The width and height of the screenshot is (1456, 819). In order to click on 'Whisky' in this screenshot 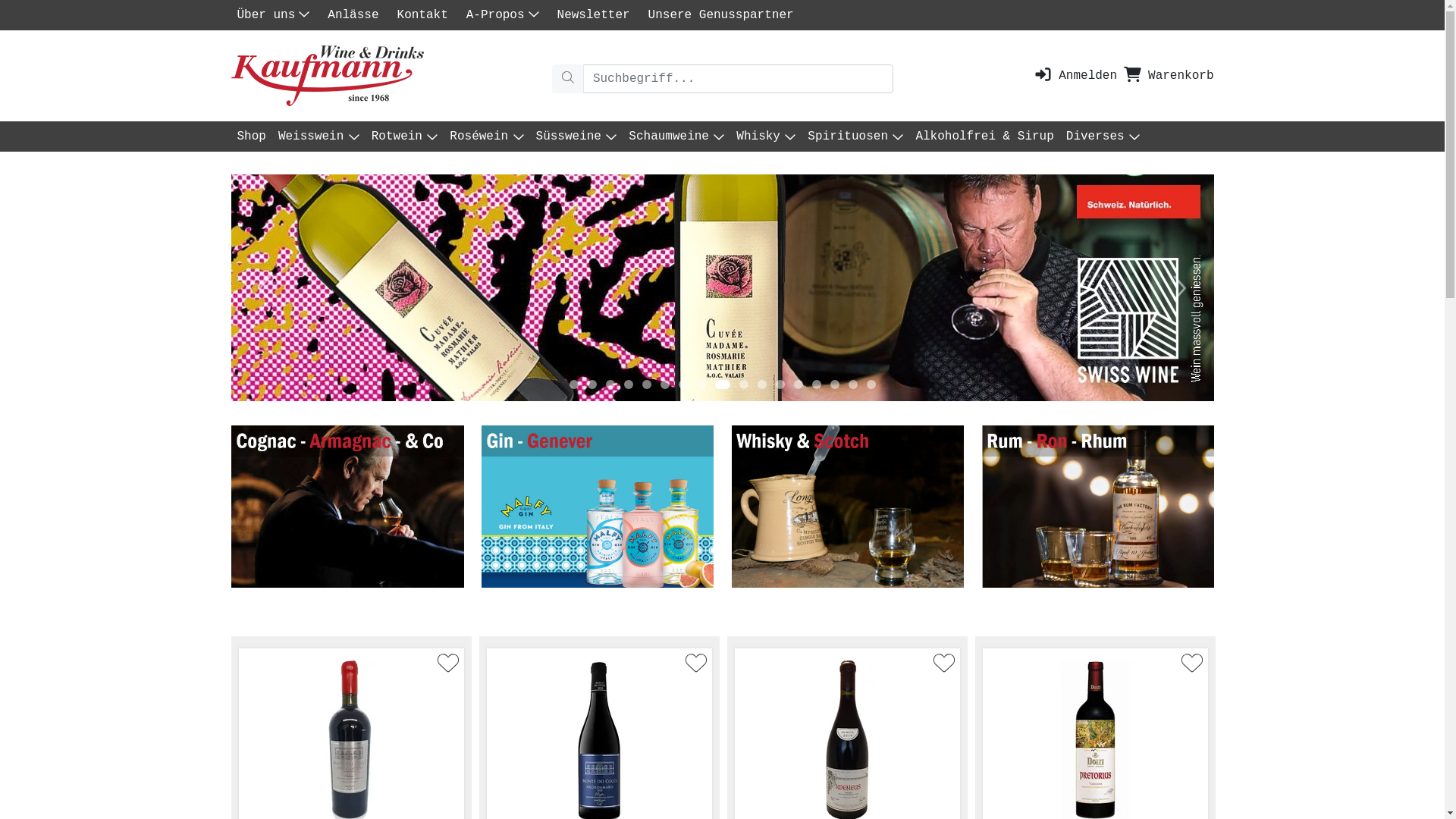, I will do `click(730, 136)`.